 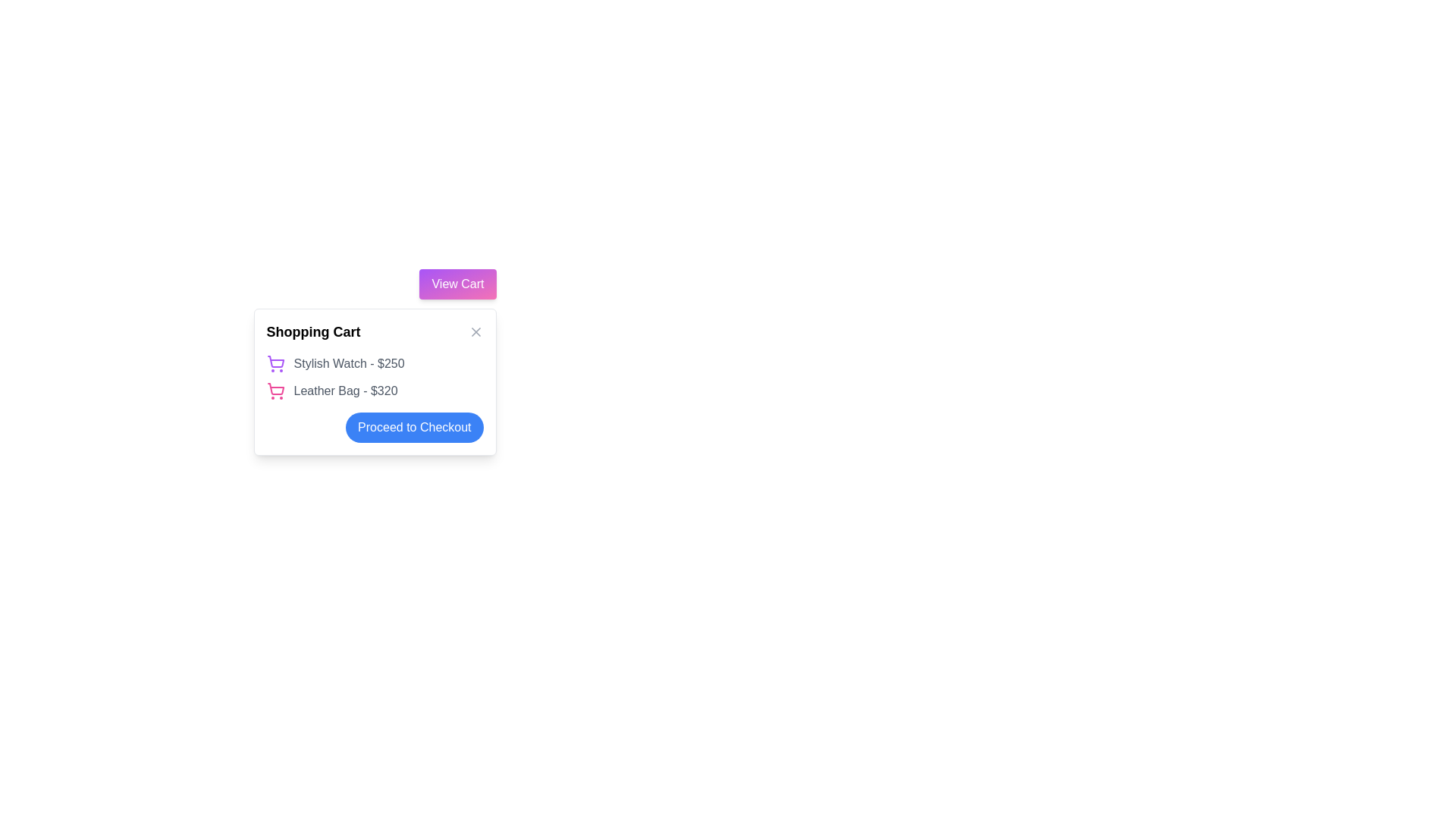 I want to click on the second text-based list item in the Shopping Cart section that displays the product details, located directly below the 'Stylish Watch - $250', so click(x=375, y=391).